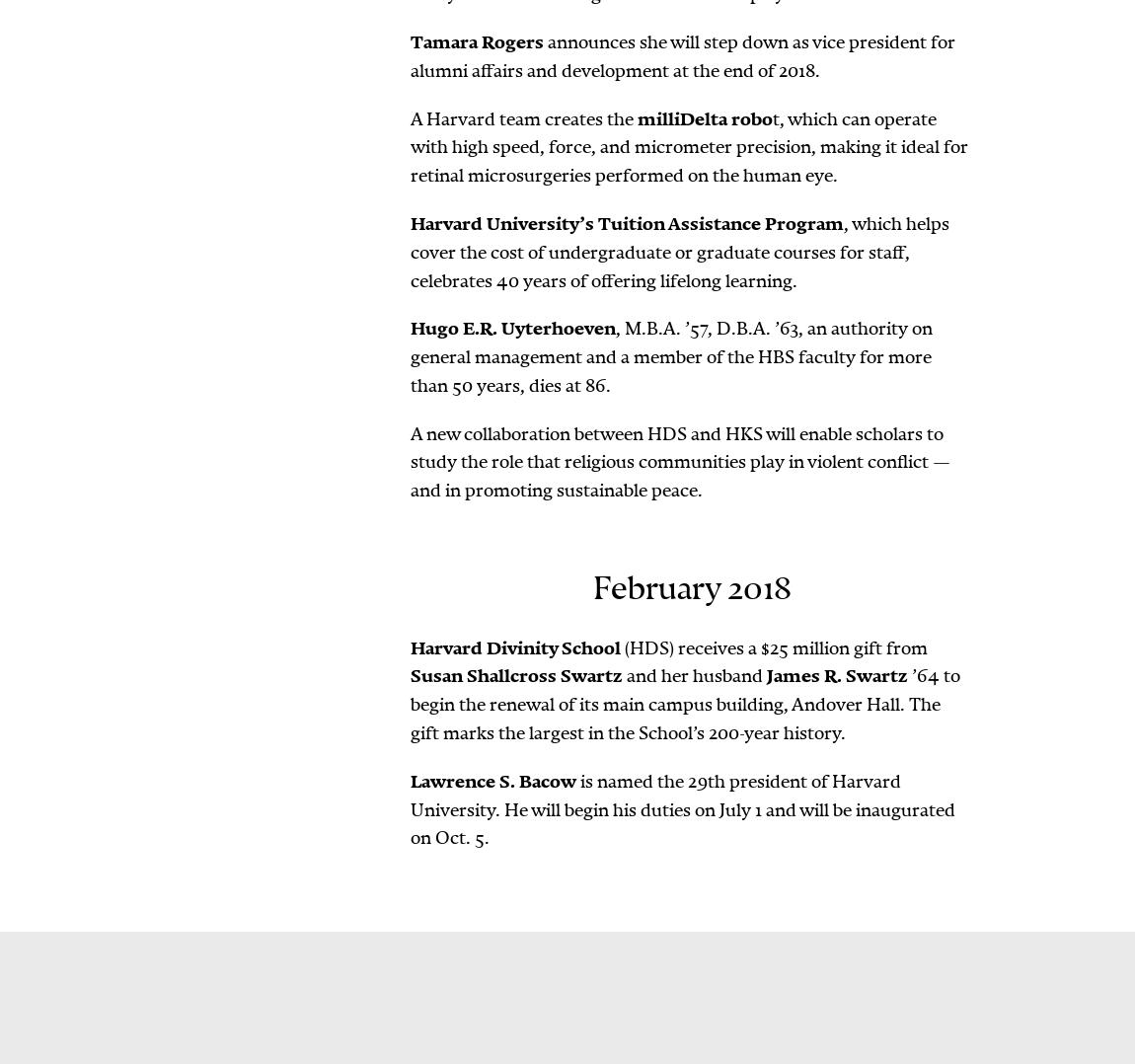 The image size is (1135, 1064). What do you see at coordinates (681, 809) in the screenshot?
I see `'is named the 29th president of Harvard University. He will begin his duties on July 1 and will be inaugurated on Oct. 5.'` at bounding box center [681, 809].